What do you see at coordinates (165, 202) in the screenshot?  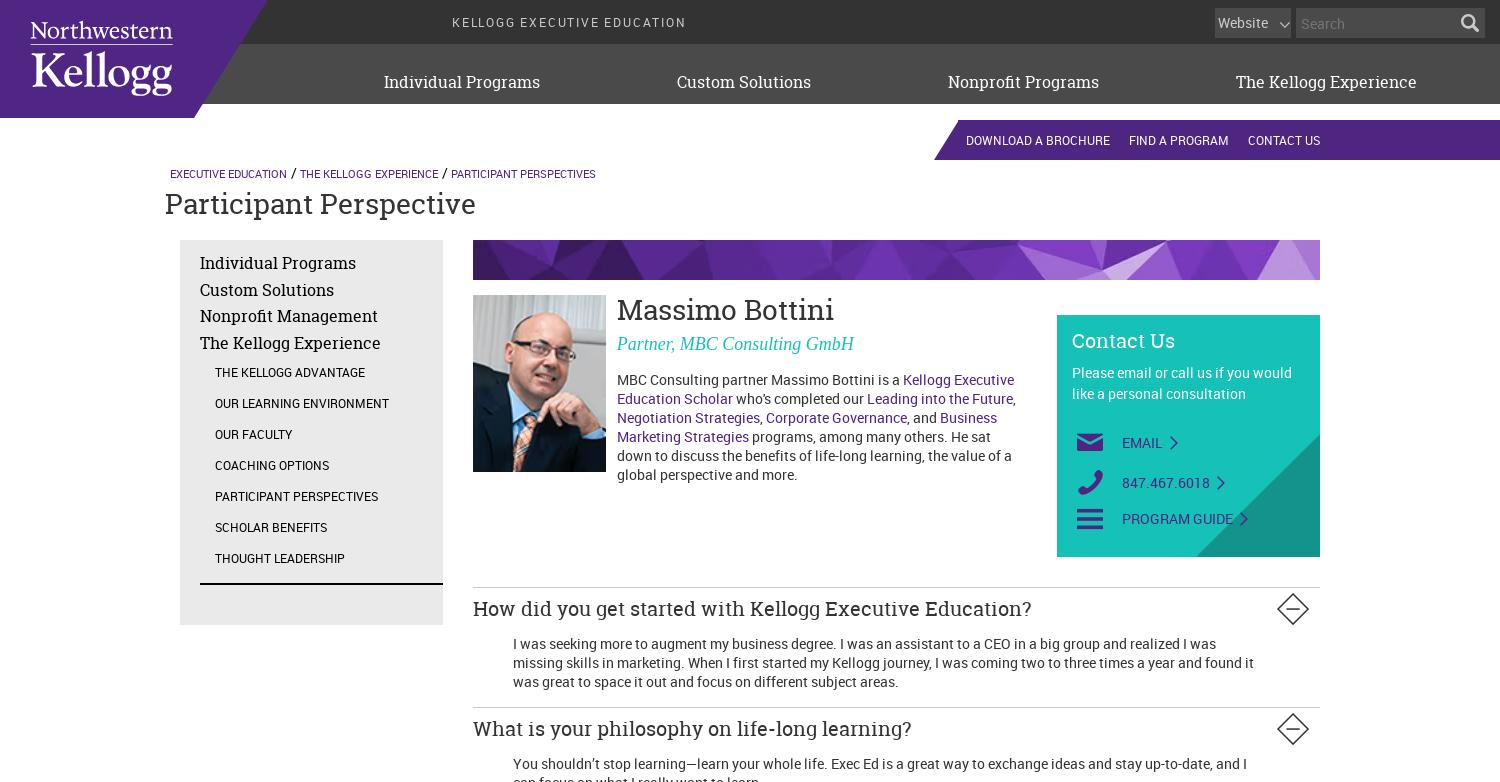 I see `'Participant Perspective'` at bounding box center [165, 202].